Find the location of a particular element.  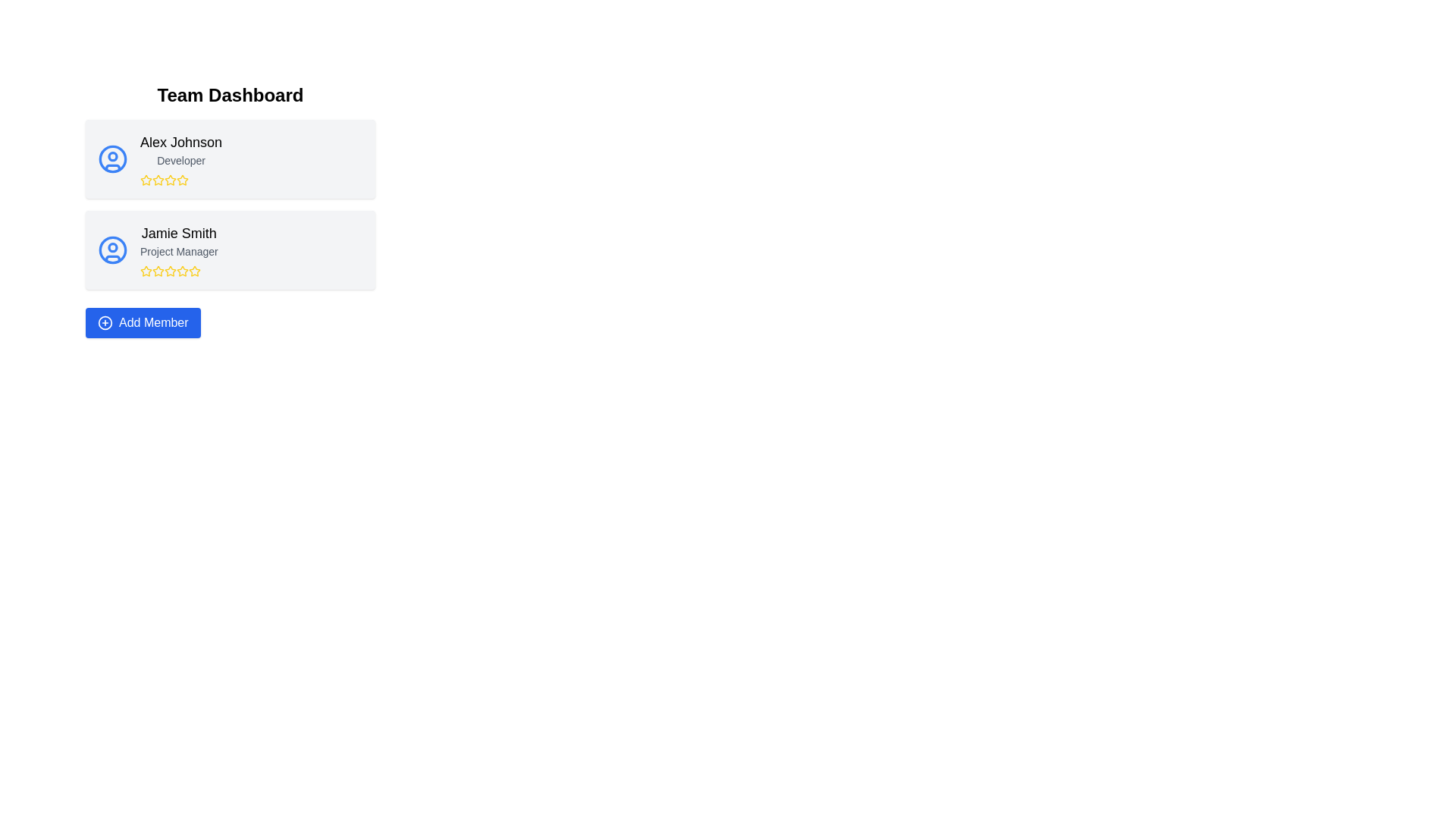

the second star icon used for user rating representation located under the user card of 'Alex Johnson' in the Team Dashboard interface is located at coordinates (146, 179).